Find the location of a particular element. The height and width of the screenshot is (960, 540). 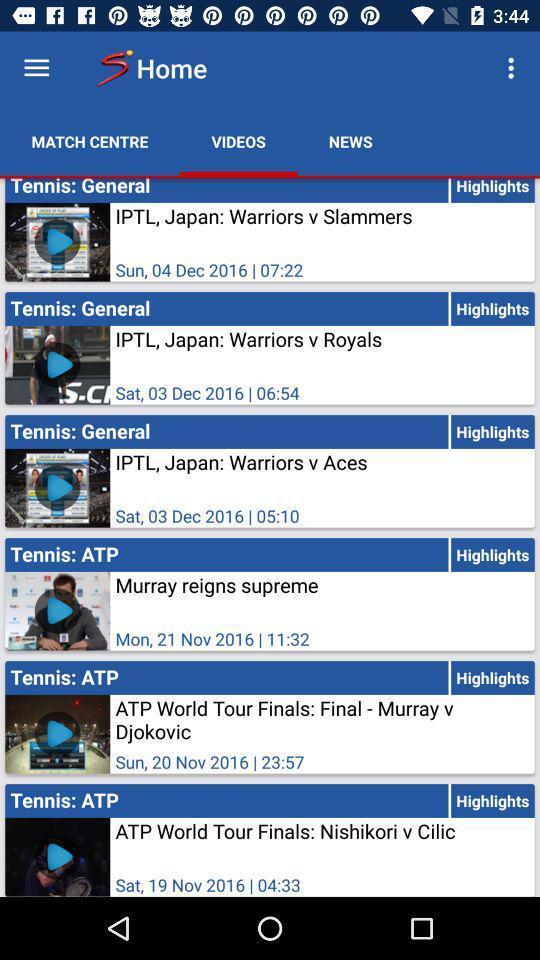

the icon above tennis: general icon is located at coordinates (349, 140).